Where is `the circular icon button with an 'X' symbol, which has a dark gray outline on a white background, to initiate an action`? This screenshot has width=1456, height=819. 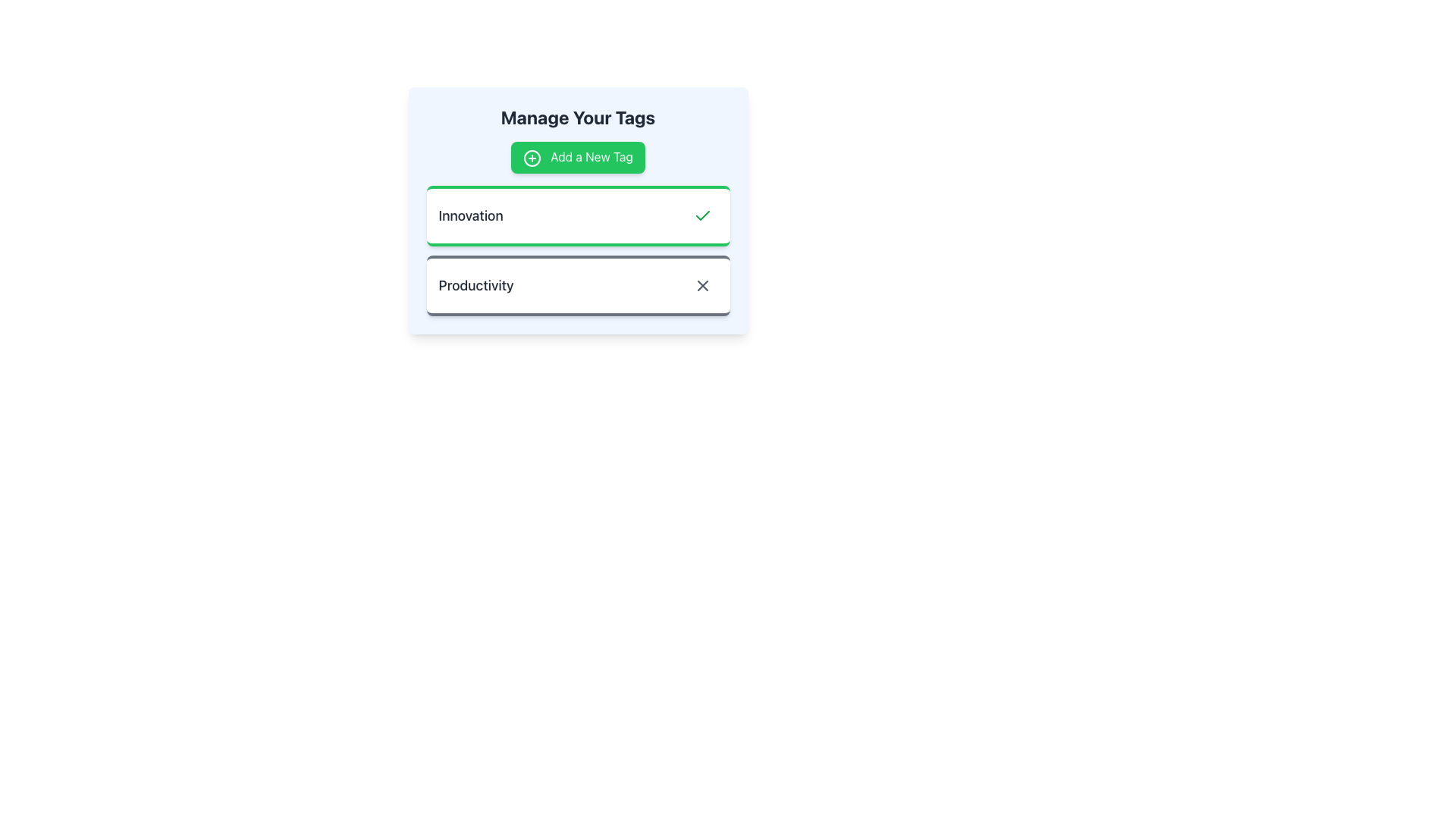
the circular icon button with an 'X' symbol, which has a dark gray outline on a white background, to initiate an action is located at coordinates (701, 285).